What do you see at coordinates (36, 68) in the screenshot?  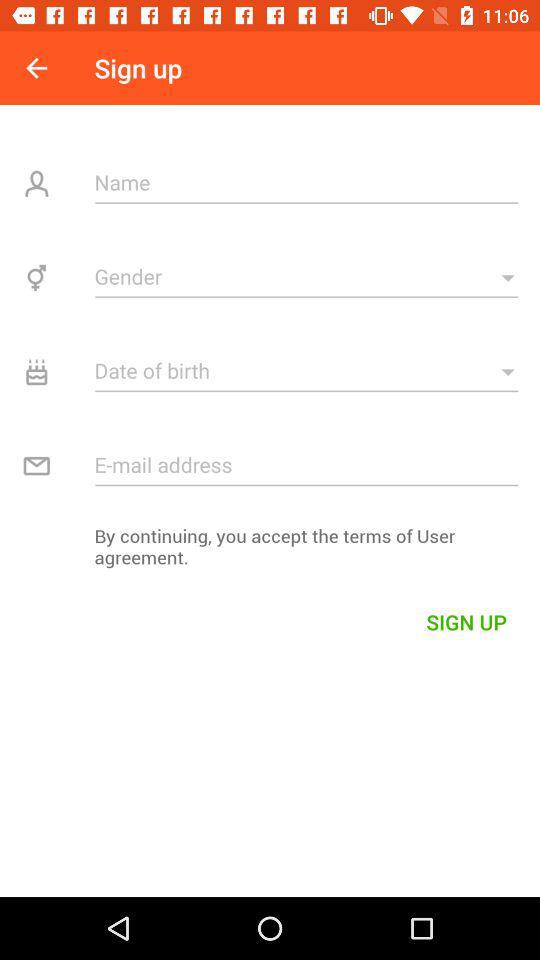 I see `icon next to the sign up item` at bounding box center [36, 68].